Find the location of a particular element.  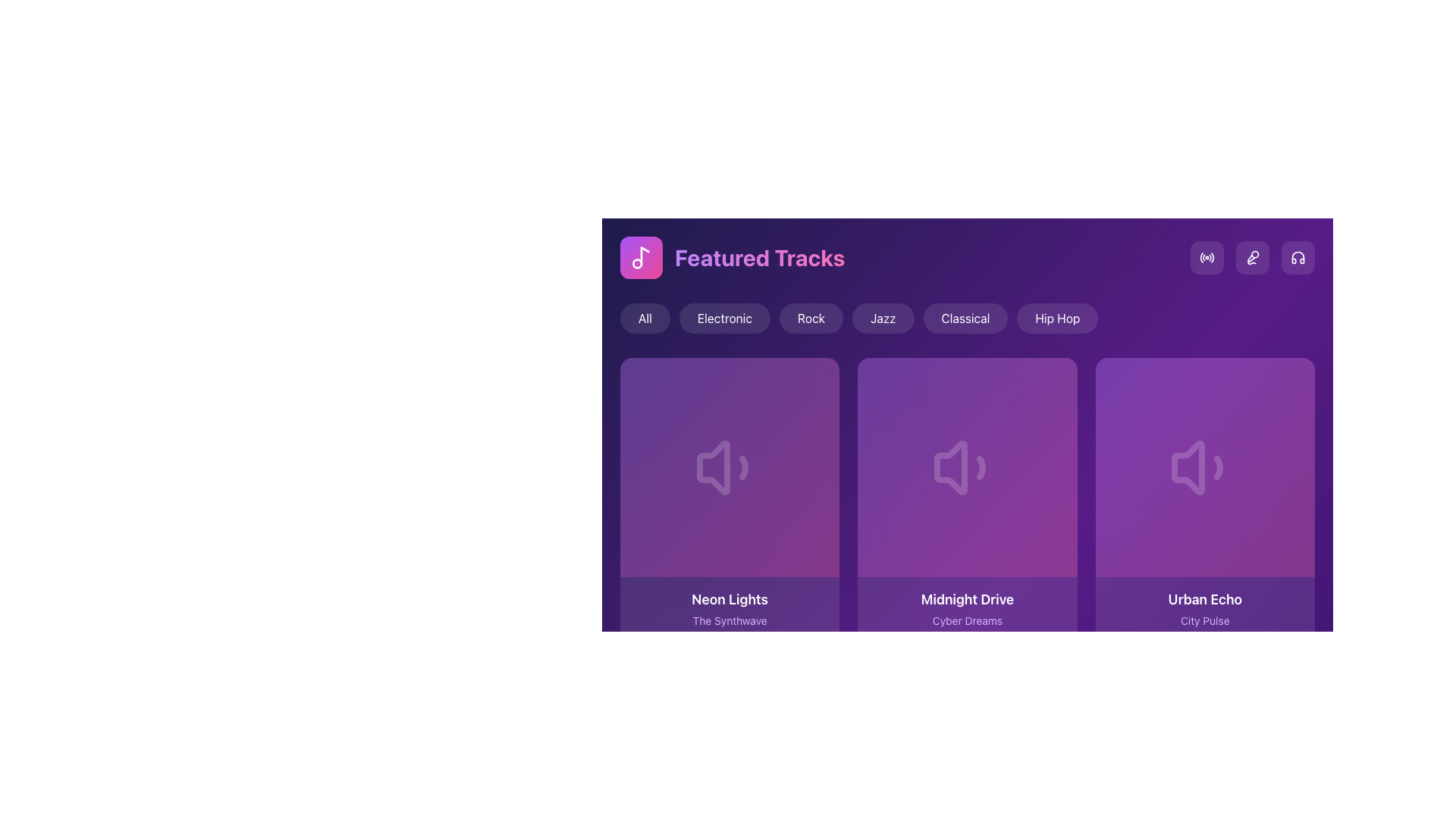

text block that identifies the music track titled 'Neon Lights' under the category 'The Synthwave', located in the first card under the 'Featured Tracks' section is located at coordinates (730, 608).